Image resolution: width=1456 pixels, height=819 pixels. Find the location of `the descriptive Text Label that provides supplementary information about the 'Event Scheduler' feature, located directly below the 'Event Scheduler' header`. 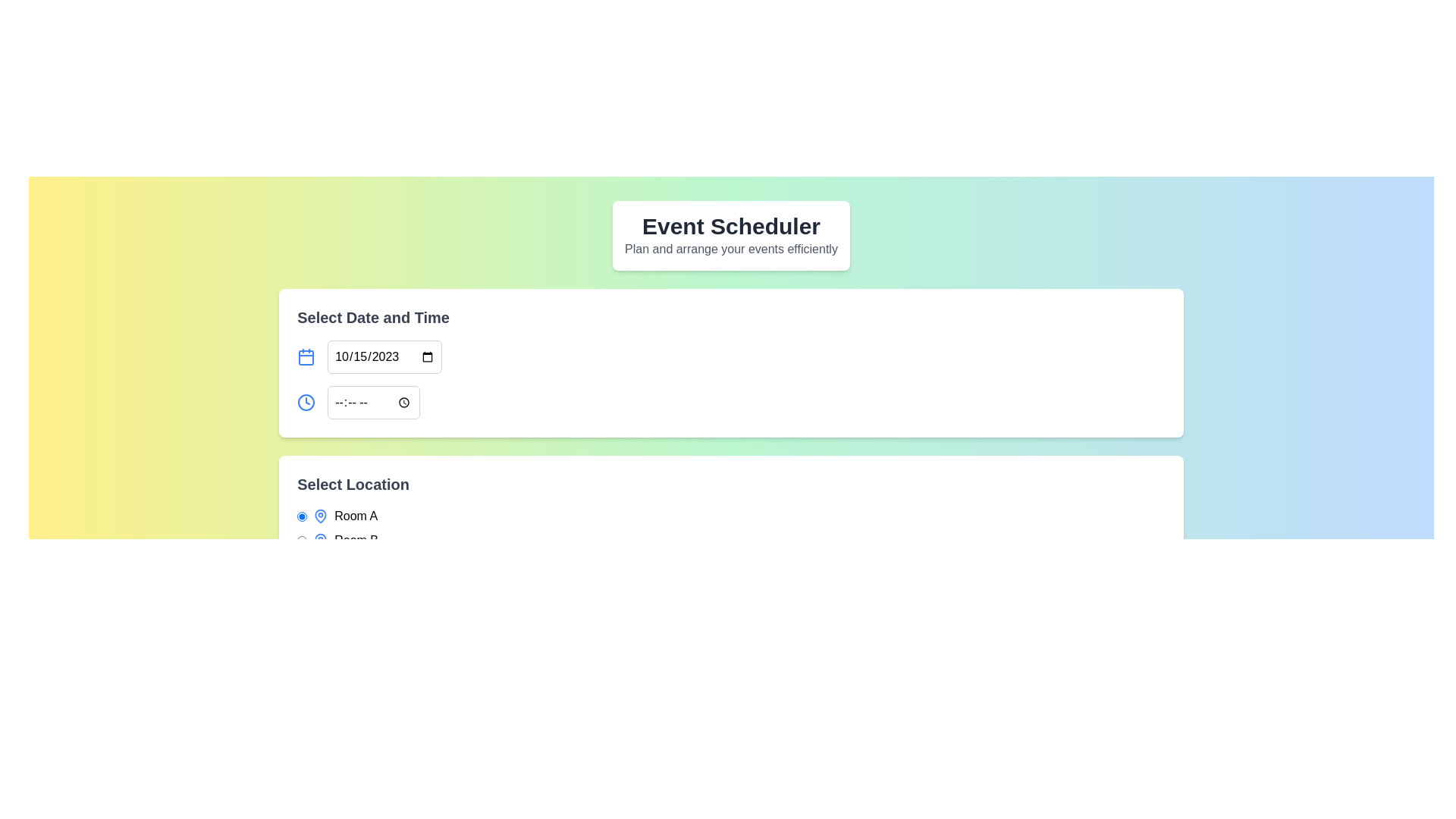

the descriptive Text Label that provides supplementary information about the 'Event Scheduler' feature, located directly below the 'Event Scheduler' header is located at coordinates (731, 248).